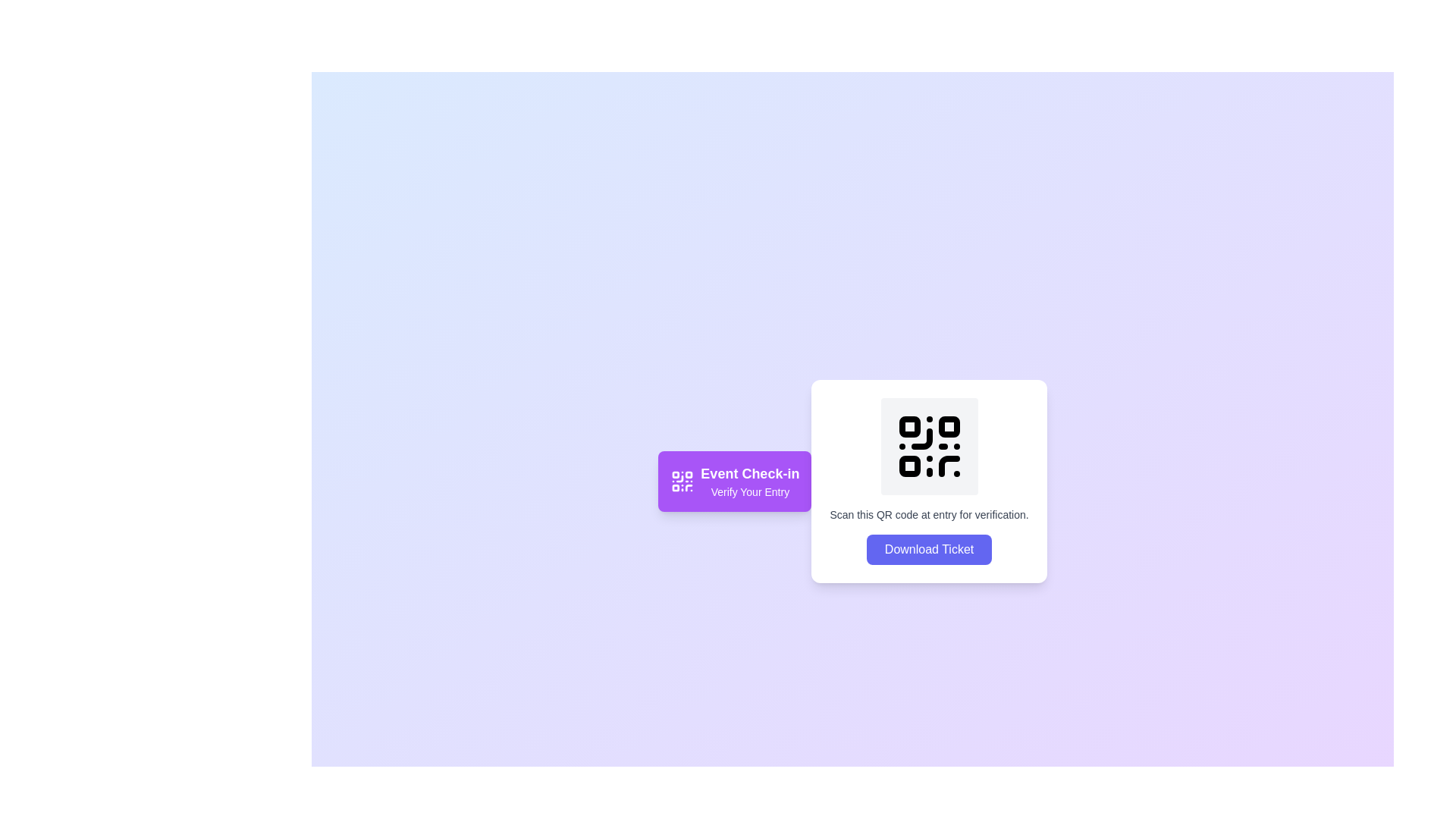 The height and width of the screenshot is (819, 1456). I want to click on attention on the Decorative/Symbolic Component located at the lower-left corner of the central QR code module, so click(909, 465).